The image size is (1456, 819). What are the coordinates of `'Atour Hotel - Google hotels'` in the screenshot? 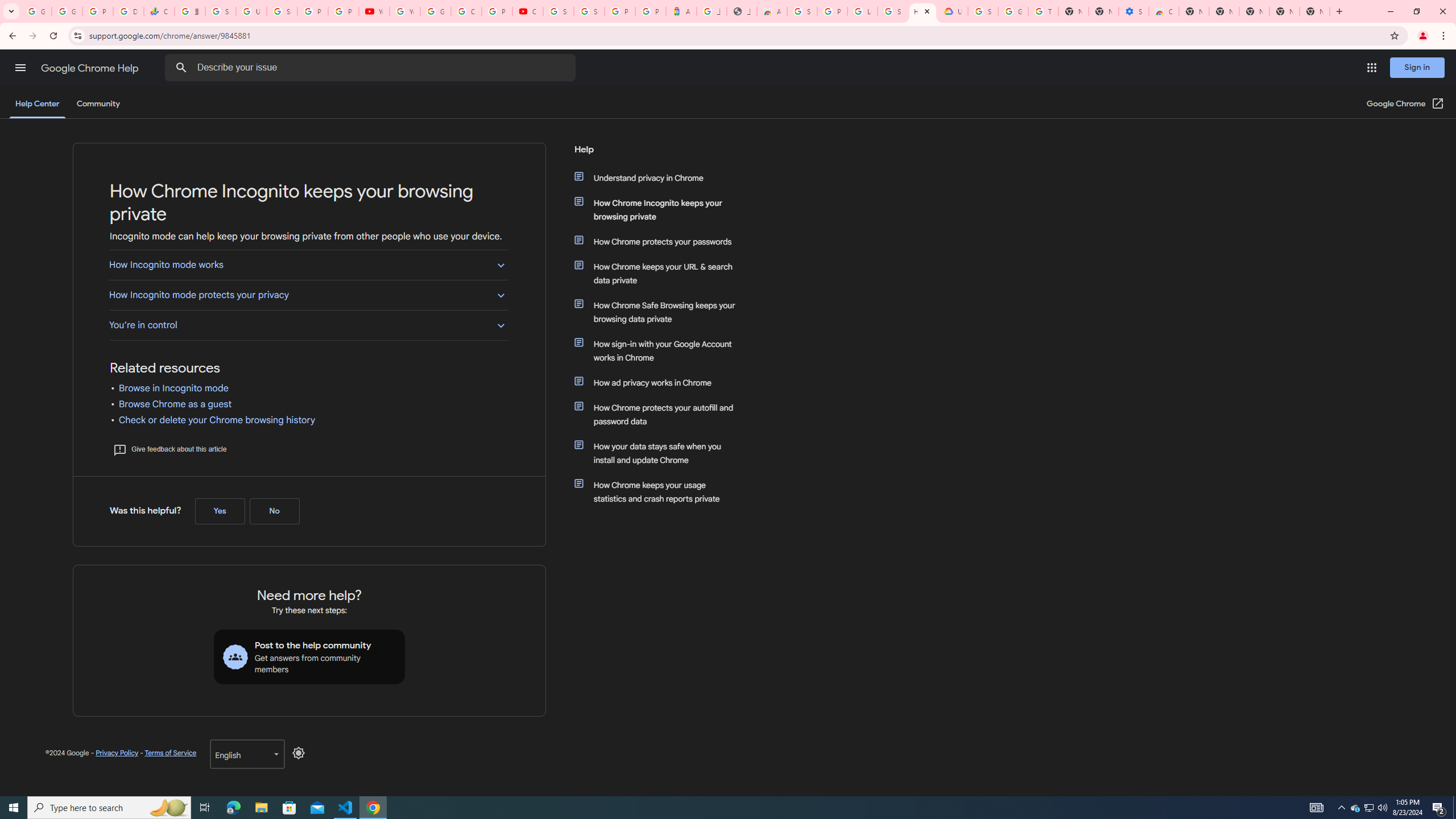 It's located at (681, 11).